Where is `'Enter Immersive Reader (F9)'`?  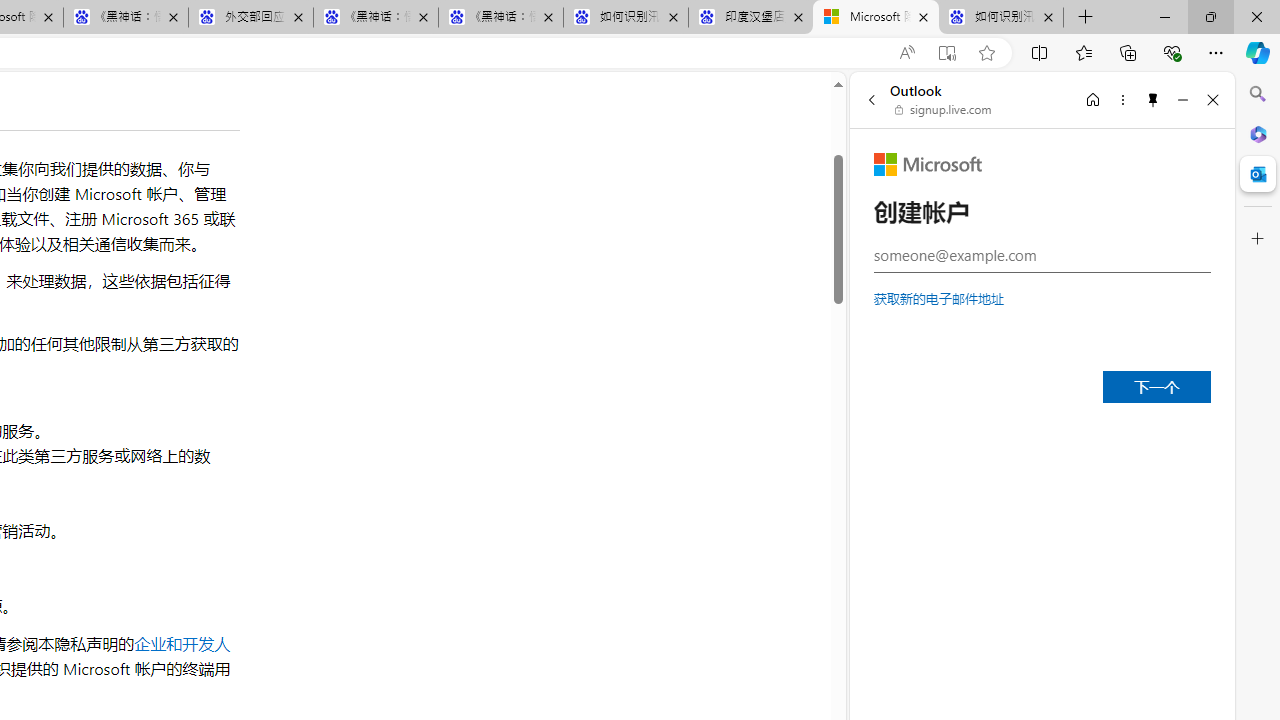 'Enter Immersive Reader (F9)' is located at coordinates (945, 52).